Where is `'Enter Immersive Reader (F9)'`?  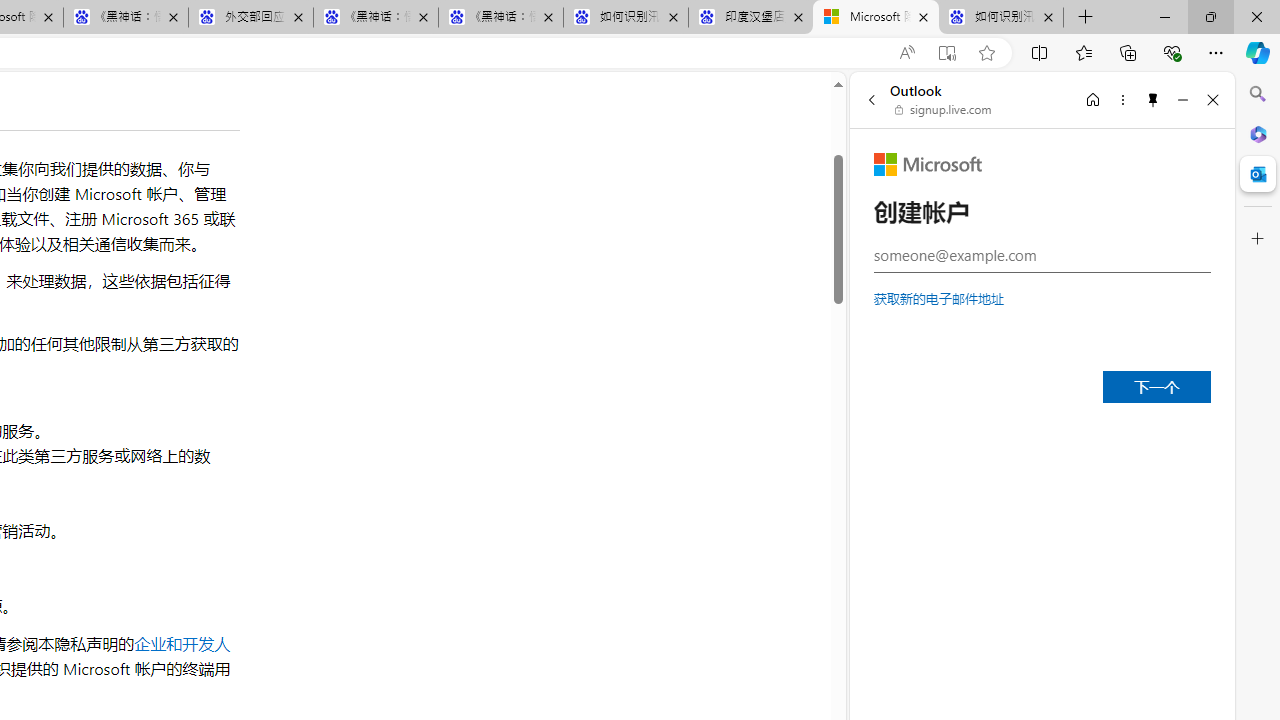 'Enter Immersive Reader (F9)' is located at coordinates (945, 52).